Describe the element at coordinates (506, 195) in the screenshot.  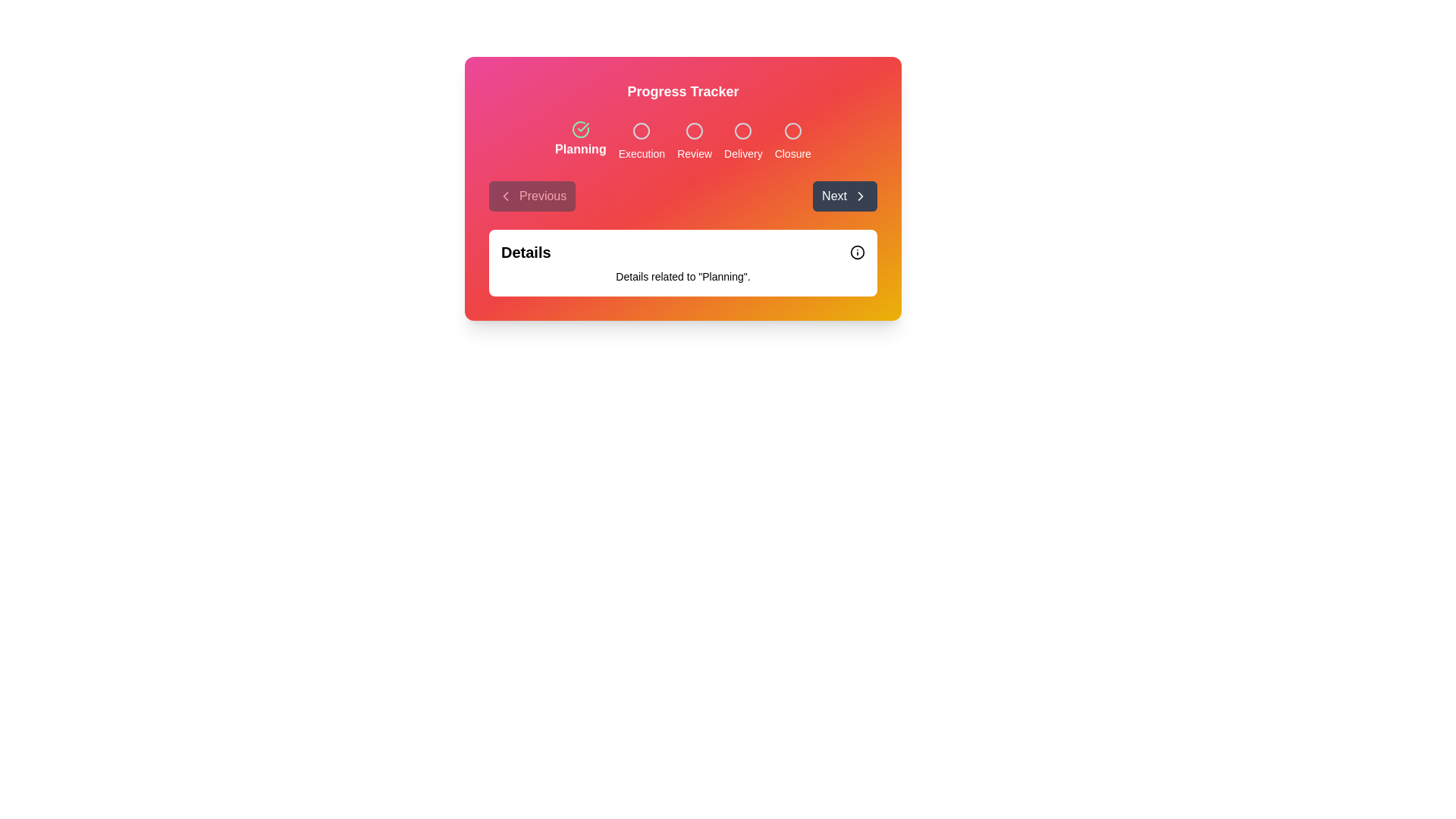
I see `the chevron icon on the left side of the 'Previous' button to initiate navigation to a prior step or page` at that location.